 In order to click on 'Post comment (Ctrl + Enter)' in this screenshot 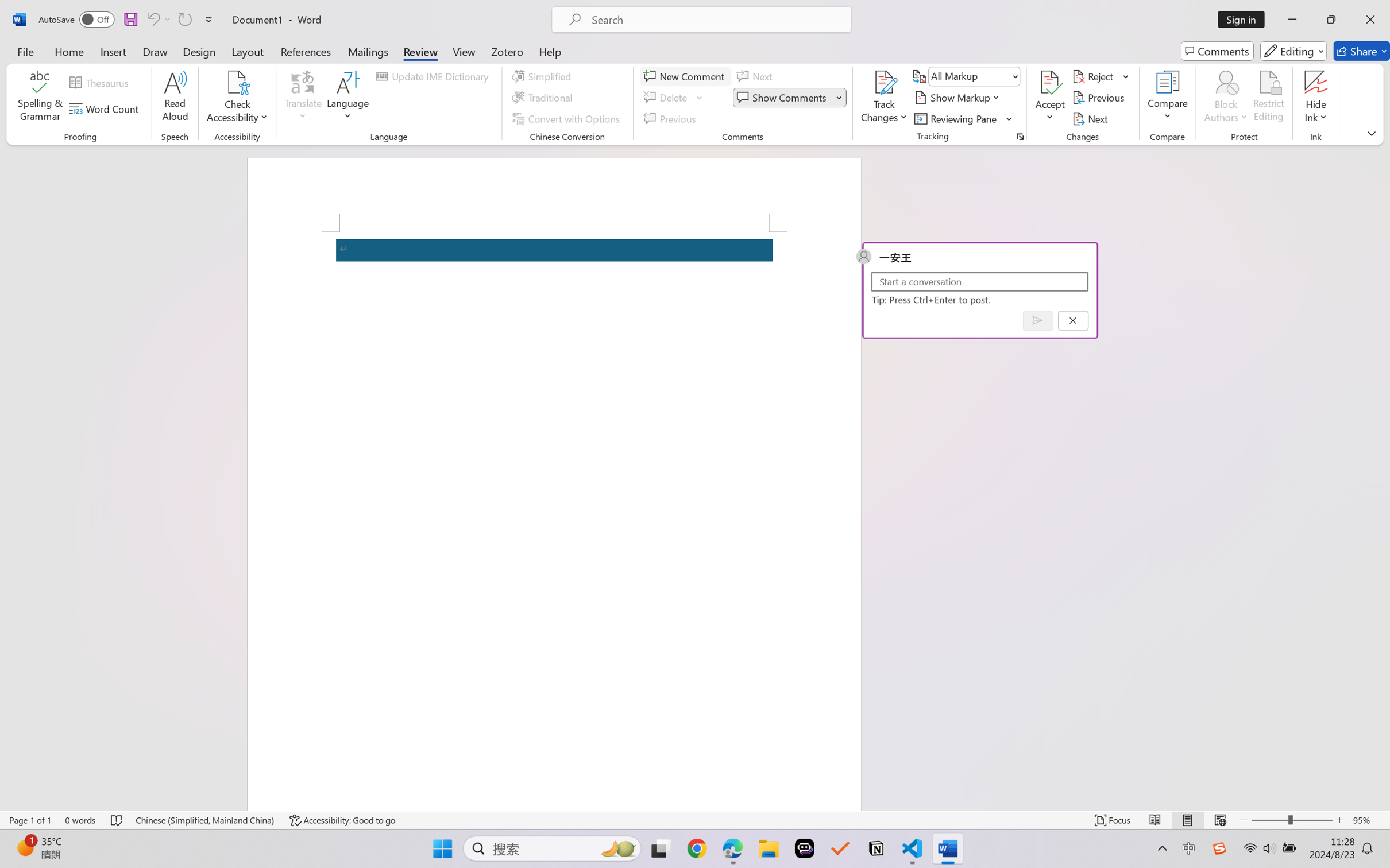, I will do `click(1037, 320)`.